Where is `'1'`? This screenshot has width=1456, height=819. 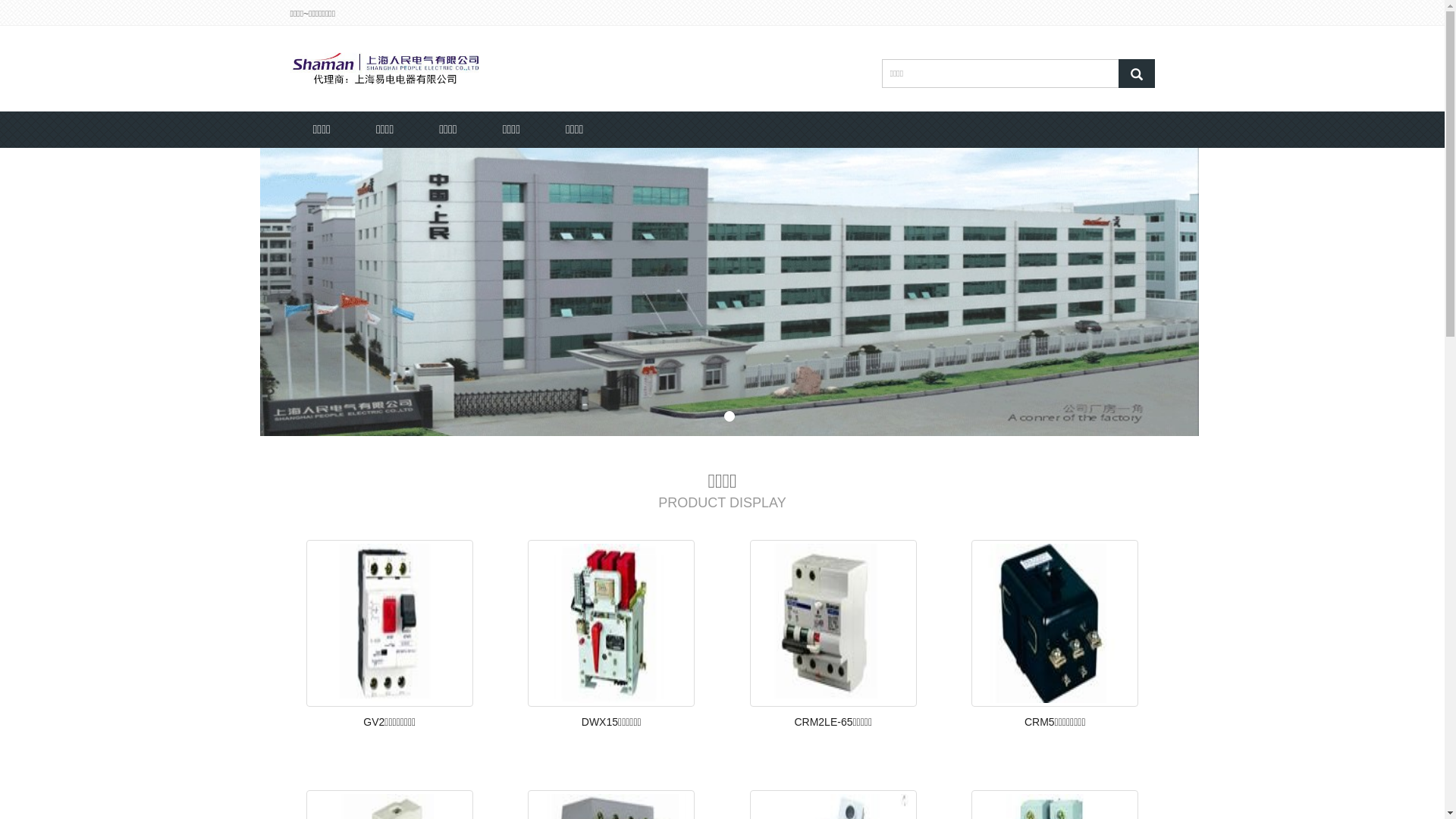 '1' is located at coordinates (729, 416).